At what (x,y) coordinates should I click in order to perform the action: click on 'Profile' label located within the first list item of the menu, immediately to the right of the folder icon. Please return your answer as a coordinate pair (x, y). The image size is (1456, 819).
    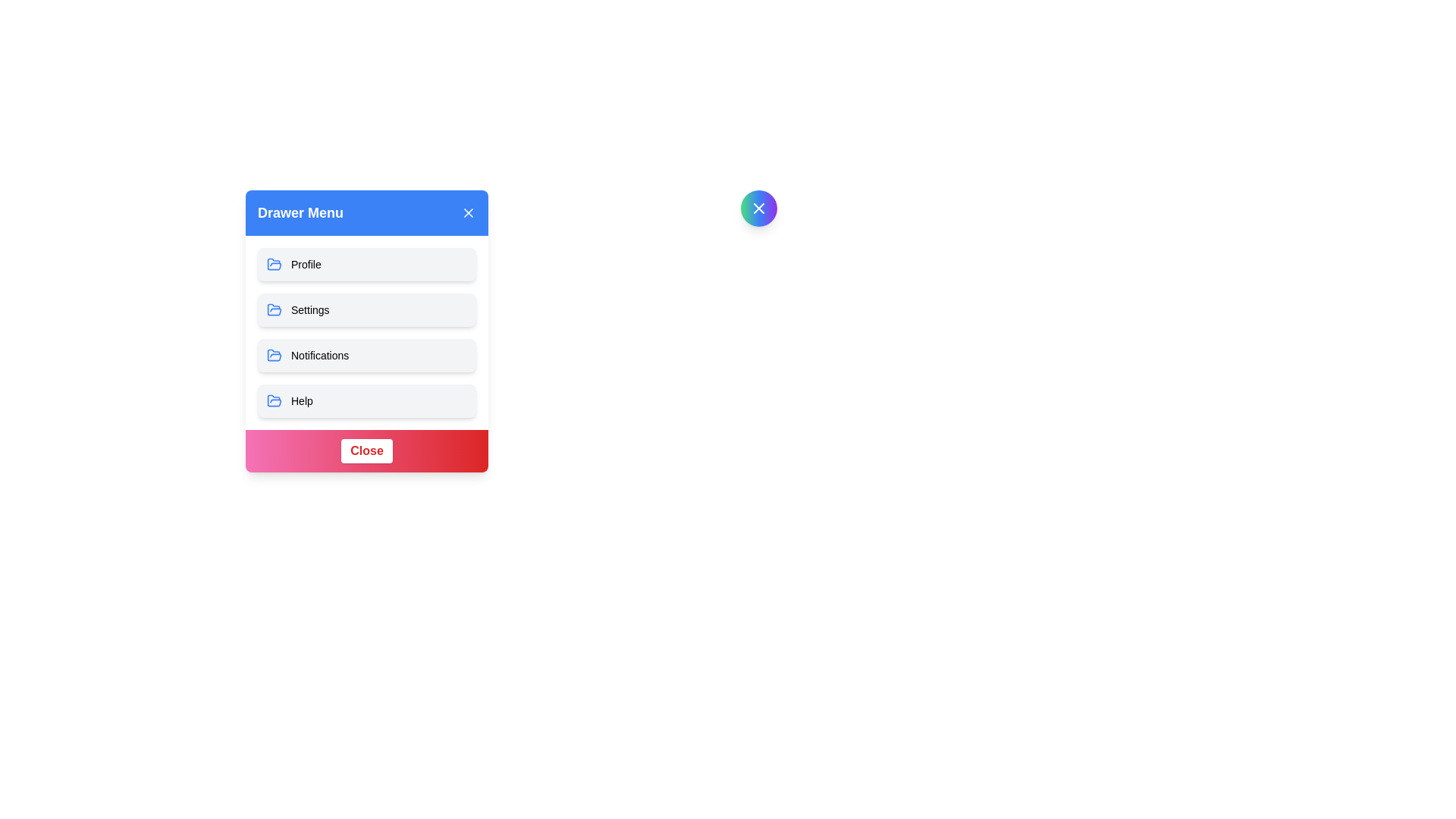
    Looking at the image, I should click on (305, 263).